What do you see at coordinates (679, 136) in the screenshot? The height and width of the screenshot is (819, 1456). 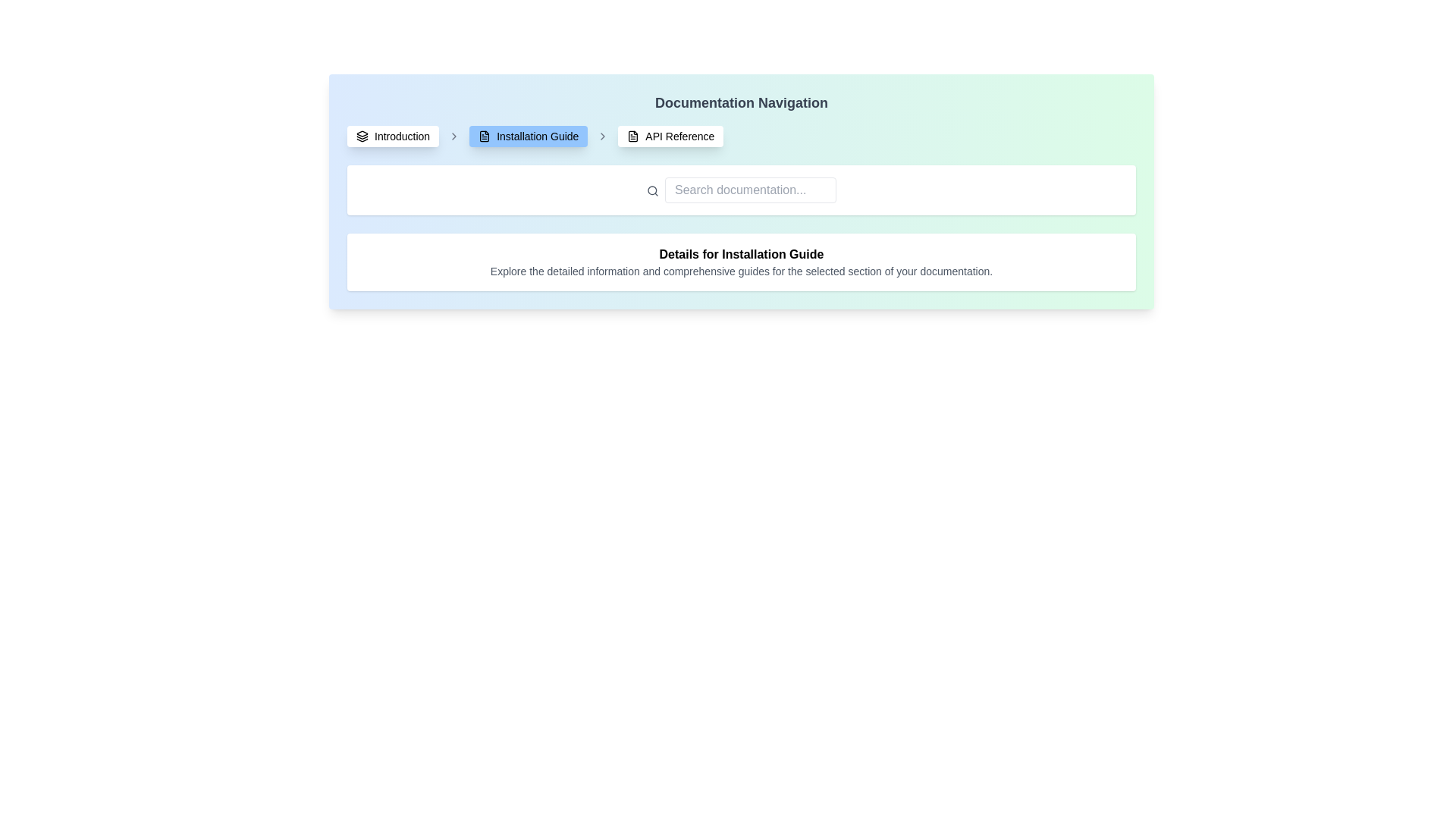 I see `the third text link in the breadcrumb navigation component` at bounding box center [679, 136].